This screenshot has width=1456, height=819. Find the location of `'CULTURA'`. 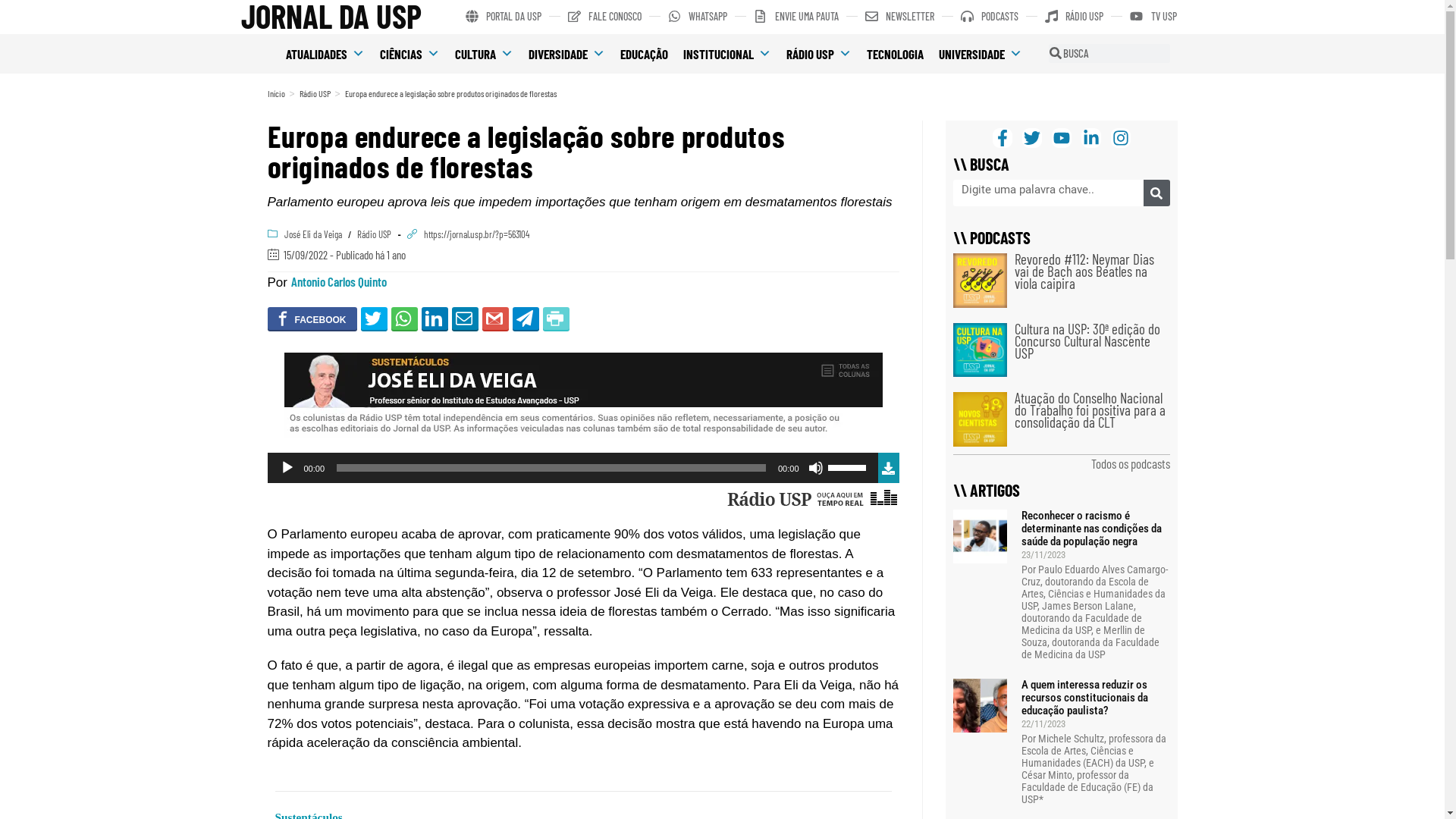

'CULTURA' is located at coordinates (483, 52).